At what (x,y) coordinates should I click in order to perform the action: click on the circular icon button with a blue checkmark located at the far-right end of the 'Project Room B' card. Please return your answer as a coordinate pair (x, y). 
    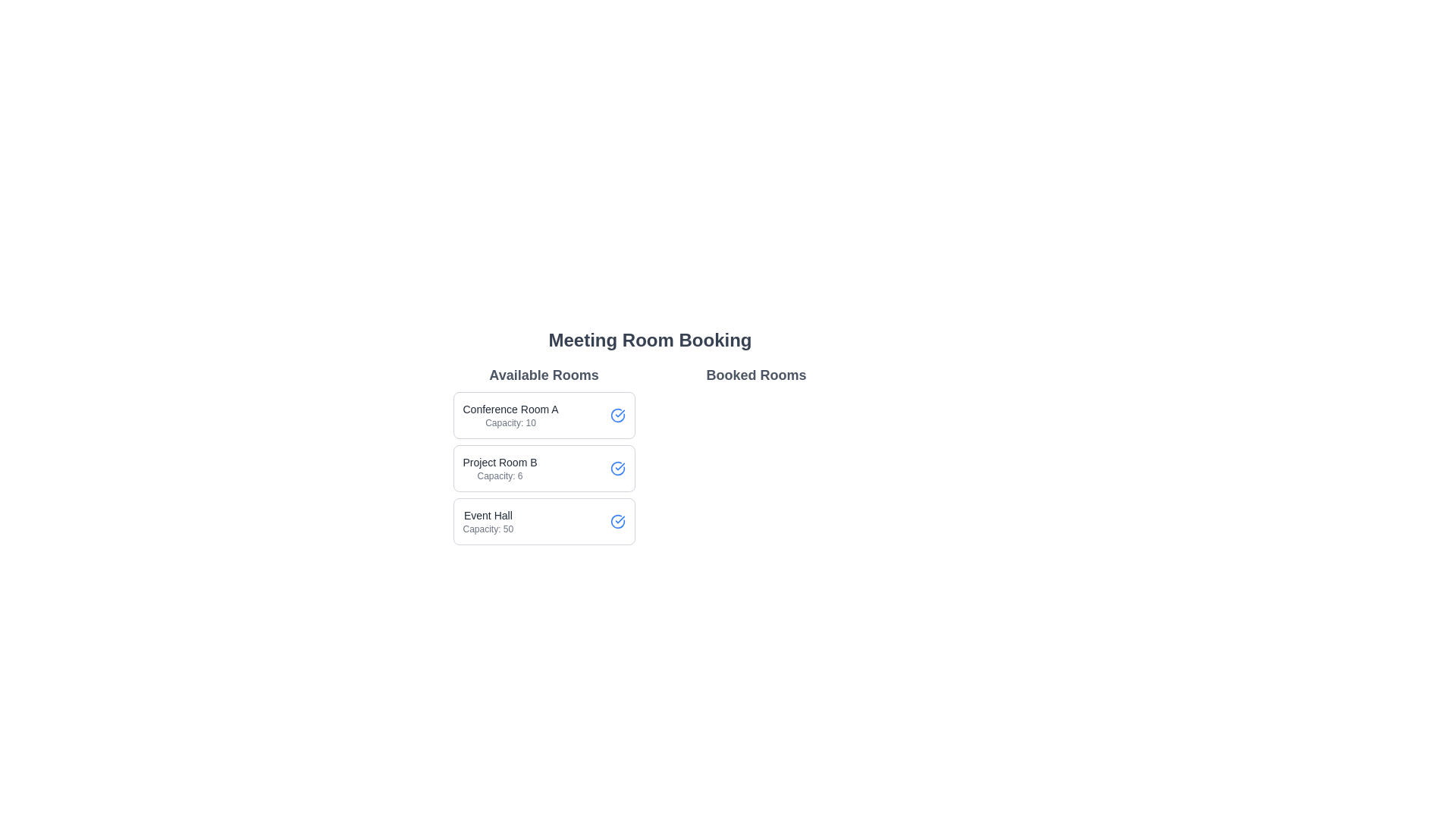
    Looking at the image, I should click on (617, 467).